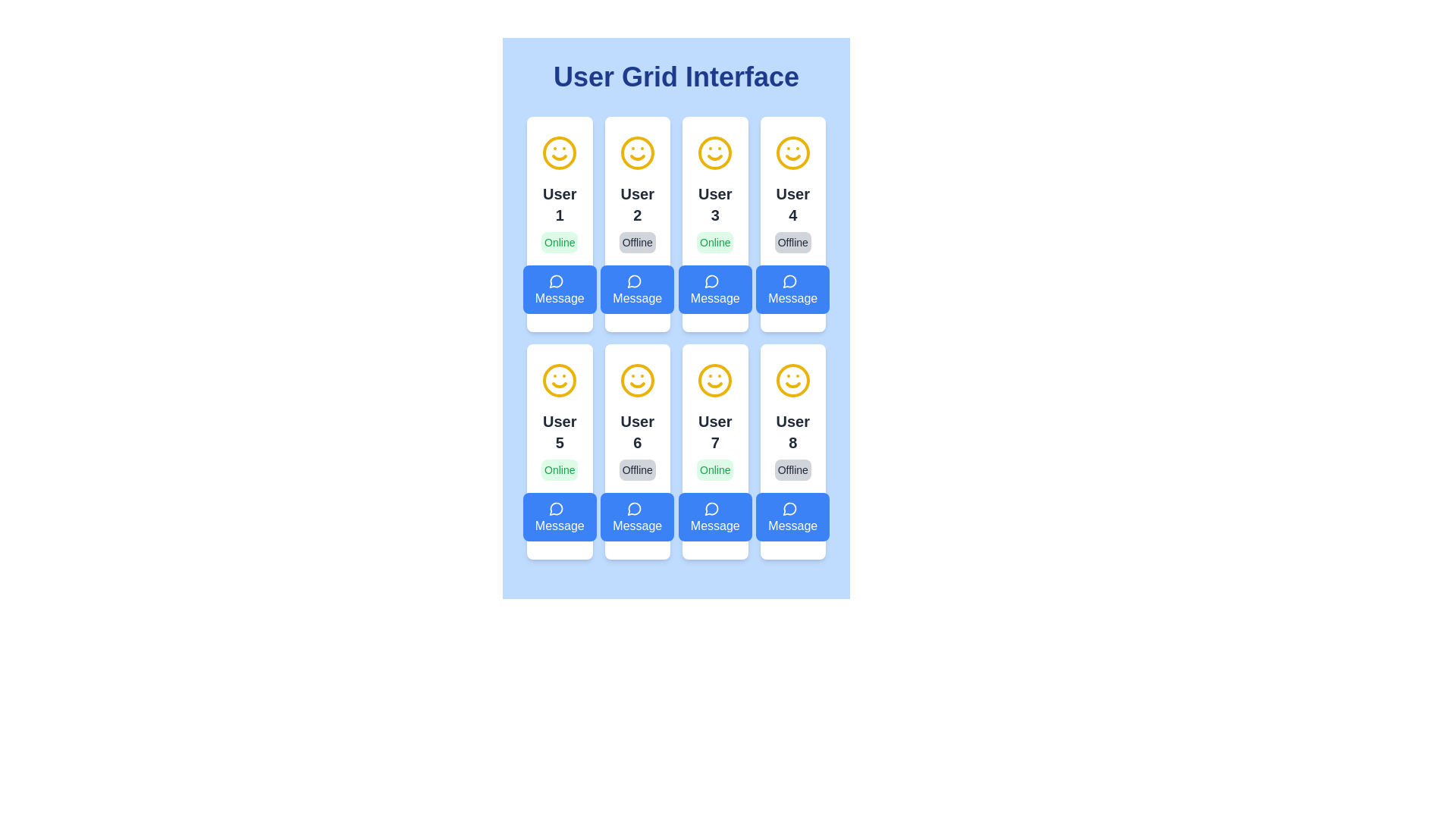 Image resolution: width=1456 pixels, height=819 pixels. I want to click on the button located at the bottom of 'User 8's card, which is the fourth user card in the second row, so click(792, 516).